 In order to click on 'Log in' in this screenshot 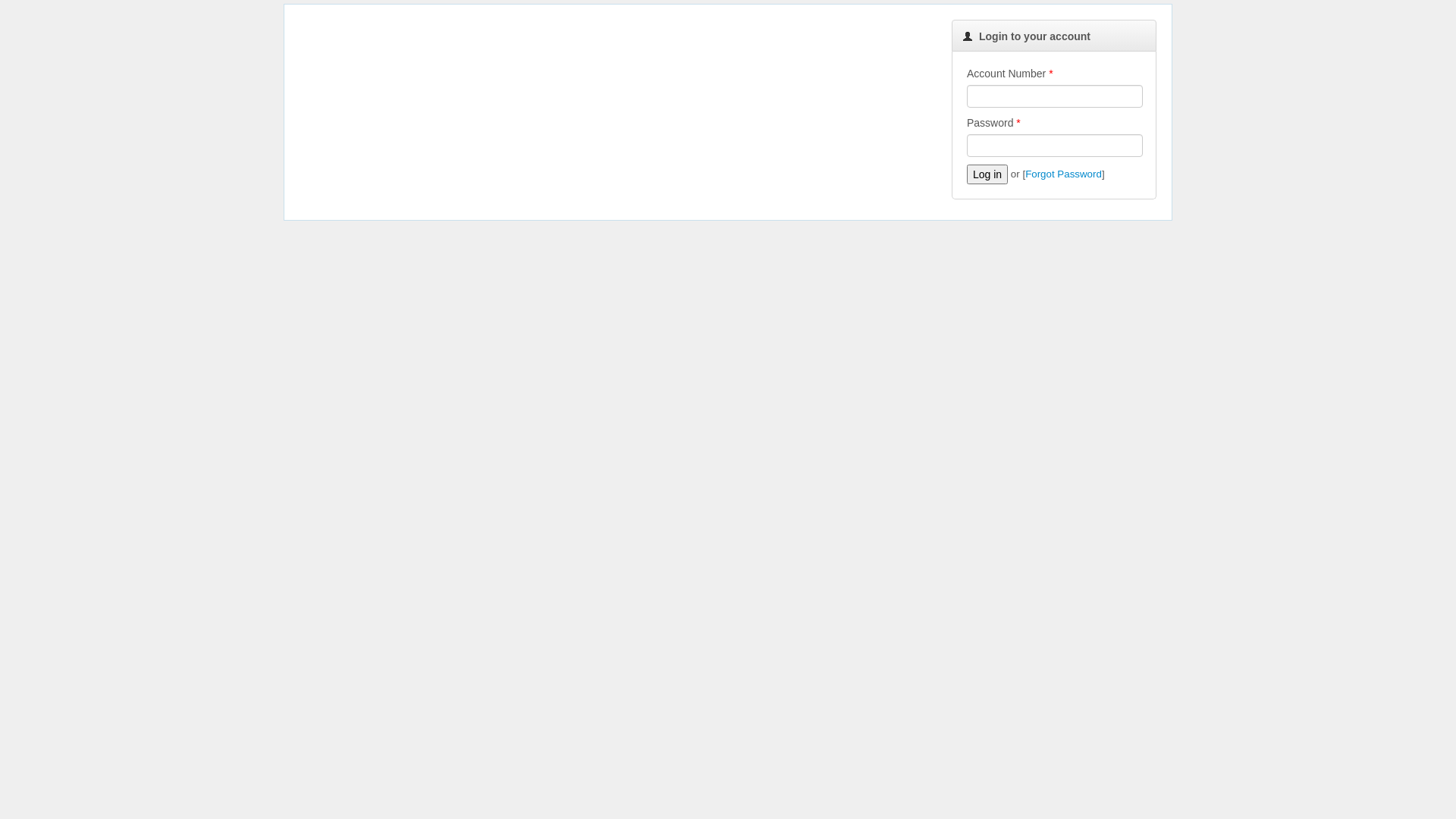, I will do `click(987, 174)`.